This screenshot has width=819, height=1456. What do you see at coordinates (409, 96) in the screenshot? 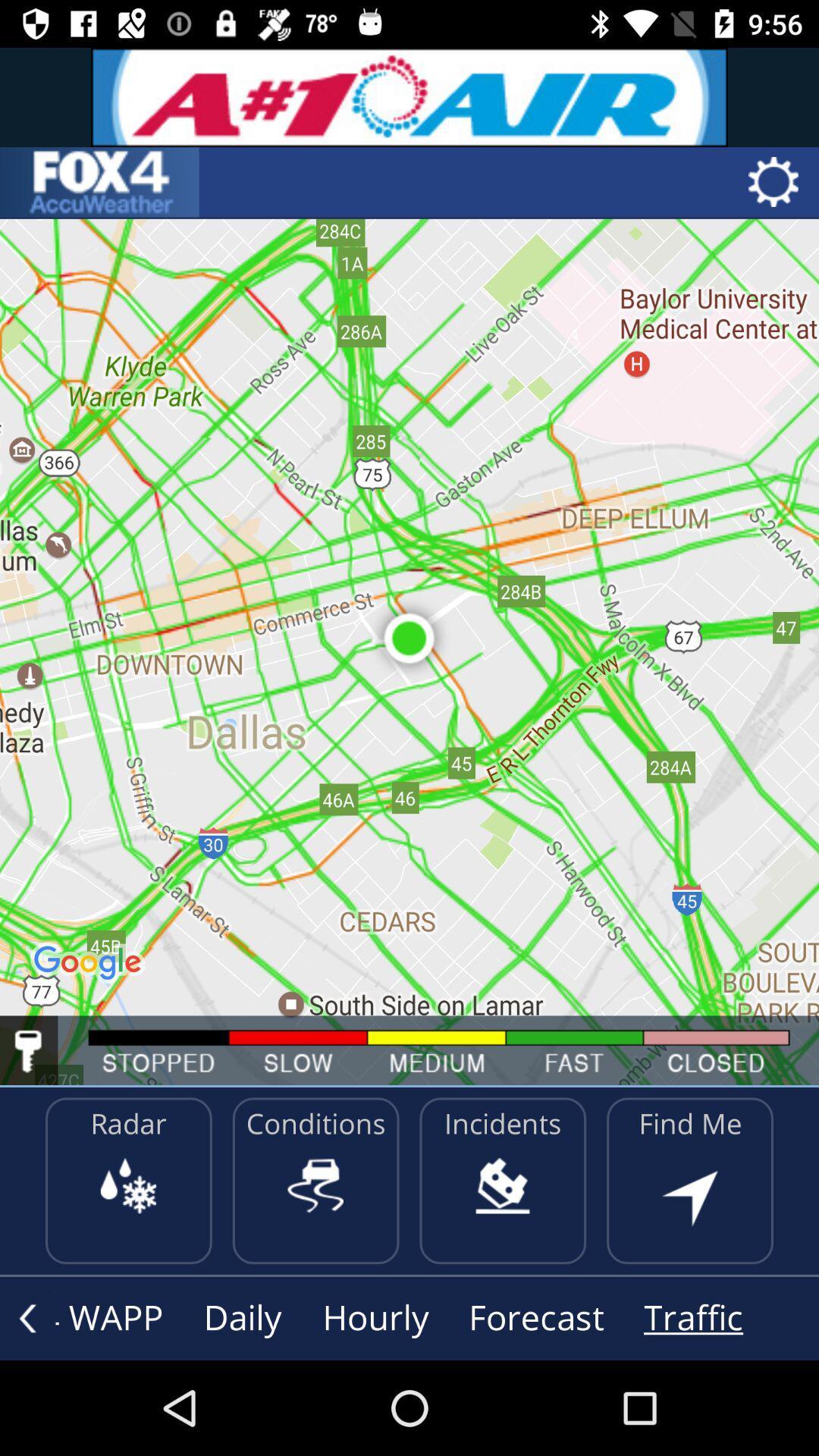
I see `click on advertisement` at bounding box center [409, 96].